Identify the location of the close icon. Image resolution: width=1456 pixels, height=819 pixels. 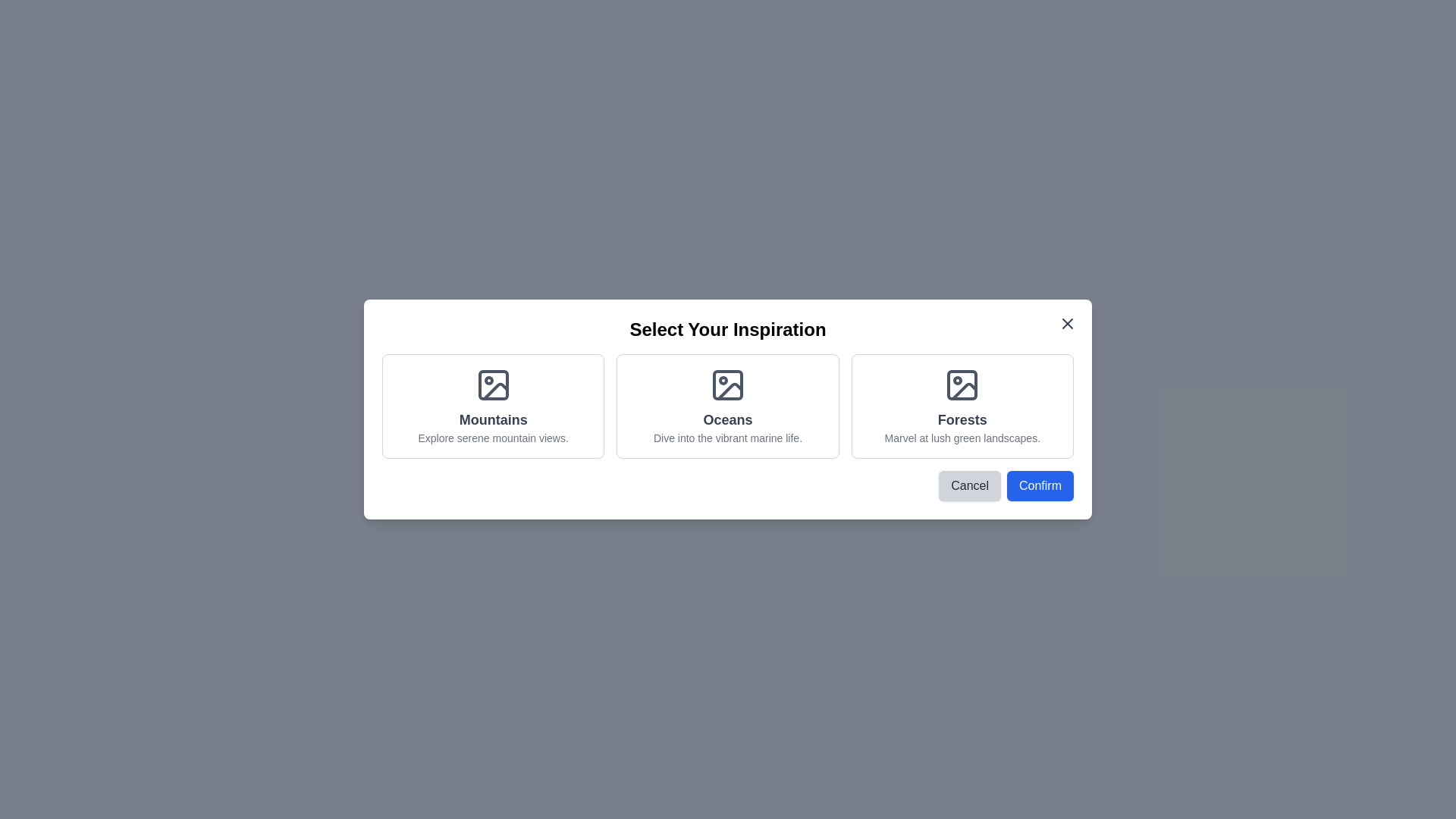
(1066, 323).